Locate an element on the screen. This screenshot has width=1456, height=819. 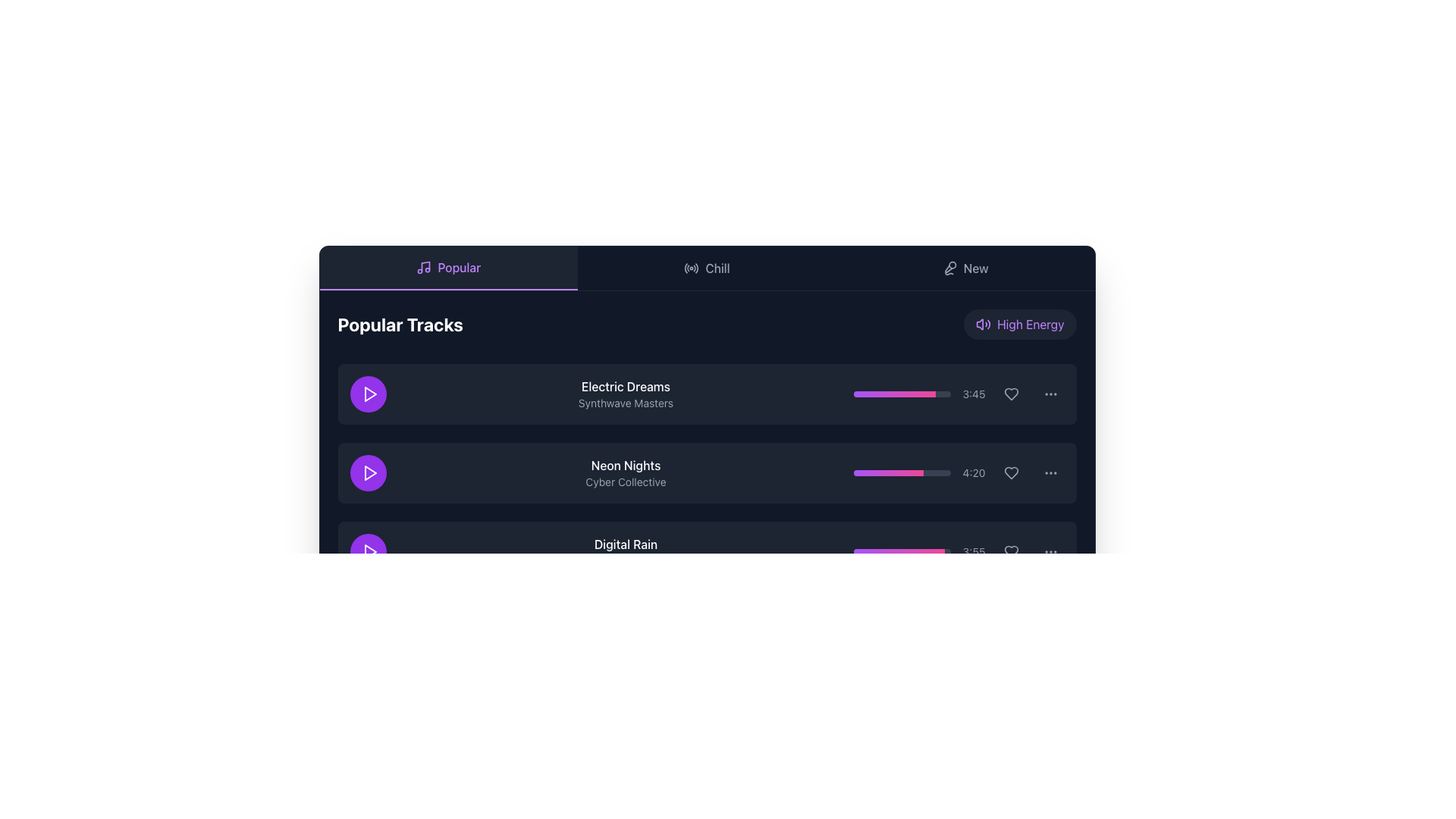
the inner triangular shape of the play icon for the track 'Digital Rain' to initiate playback is located at coordinates (370, 552).